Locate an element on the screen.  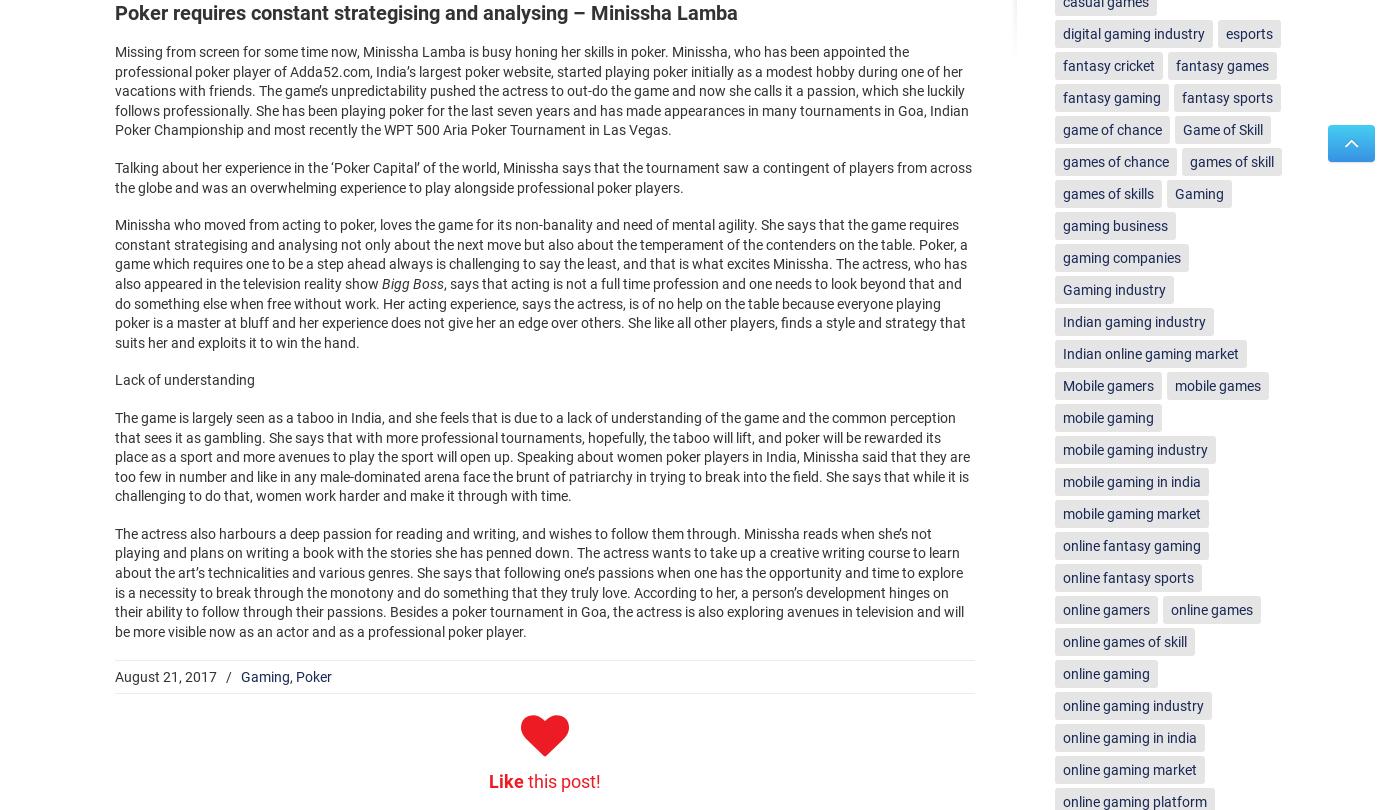
'Like' is located at coordinates (489, 780).